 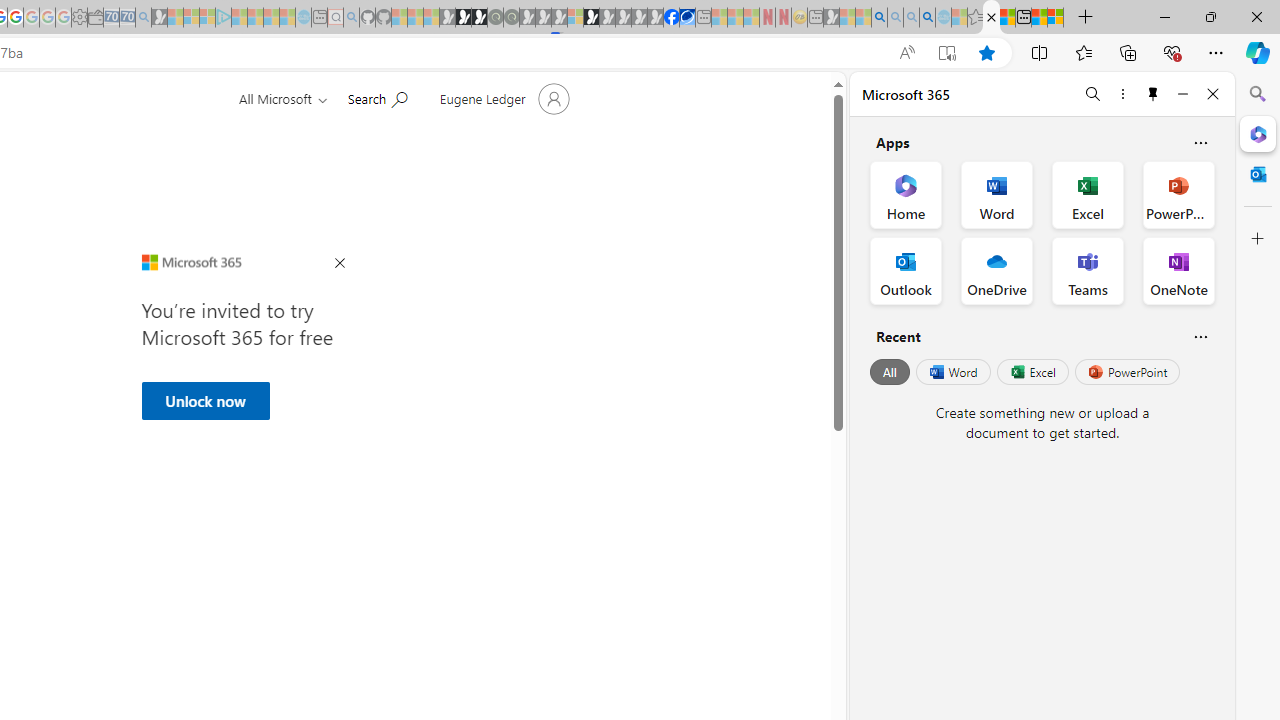 What do you see at coordinates (1087, 271) in the screenshot?
I see `'Teams Office App'` at bounding box center [1087, 271].